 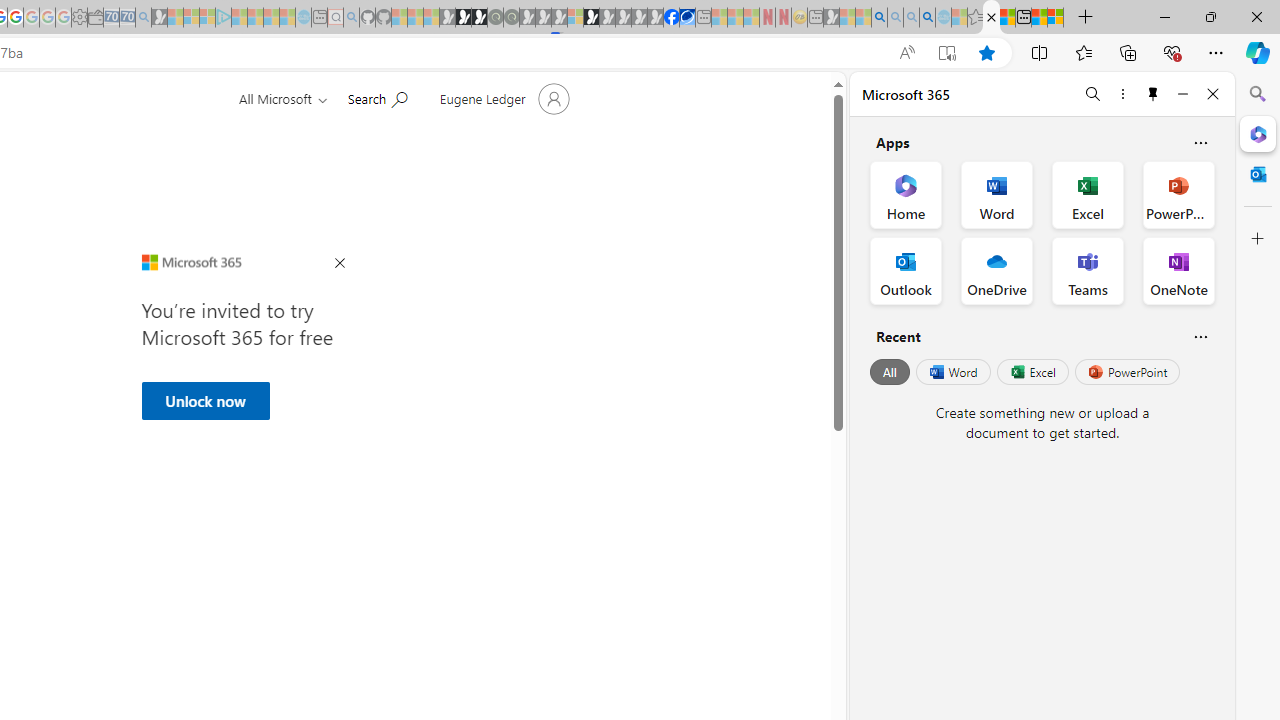 What do you see at coordinates (1087, 271) in the screenshot?
I see `'Teams Office App'` at bounding box center [1087, 271].